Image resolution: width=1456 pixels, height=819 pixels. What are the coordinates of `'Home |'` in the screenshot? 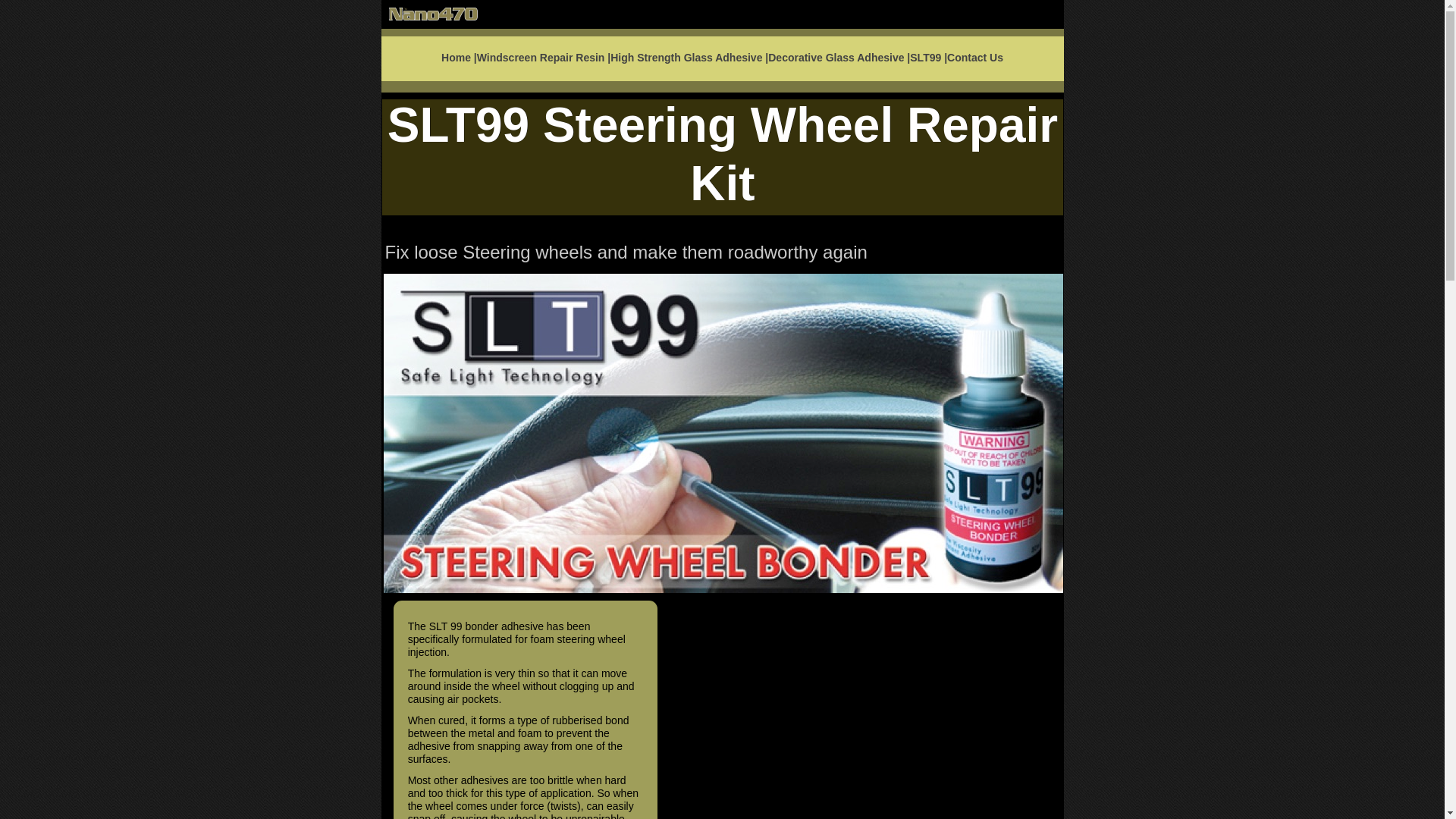 It's located at (458, 57).